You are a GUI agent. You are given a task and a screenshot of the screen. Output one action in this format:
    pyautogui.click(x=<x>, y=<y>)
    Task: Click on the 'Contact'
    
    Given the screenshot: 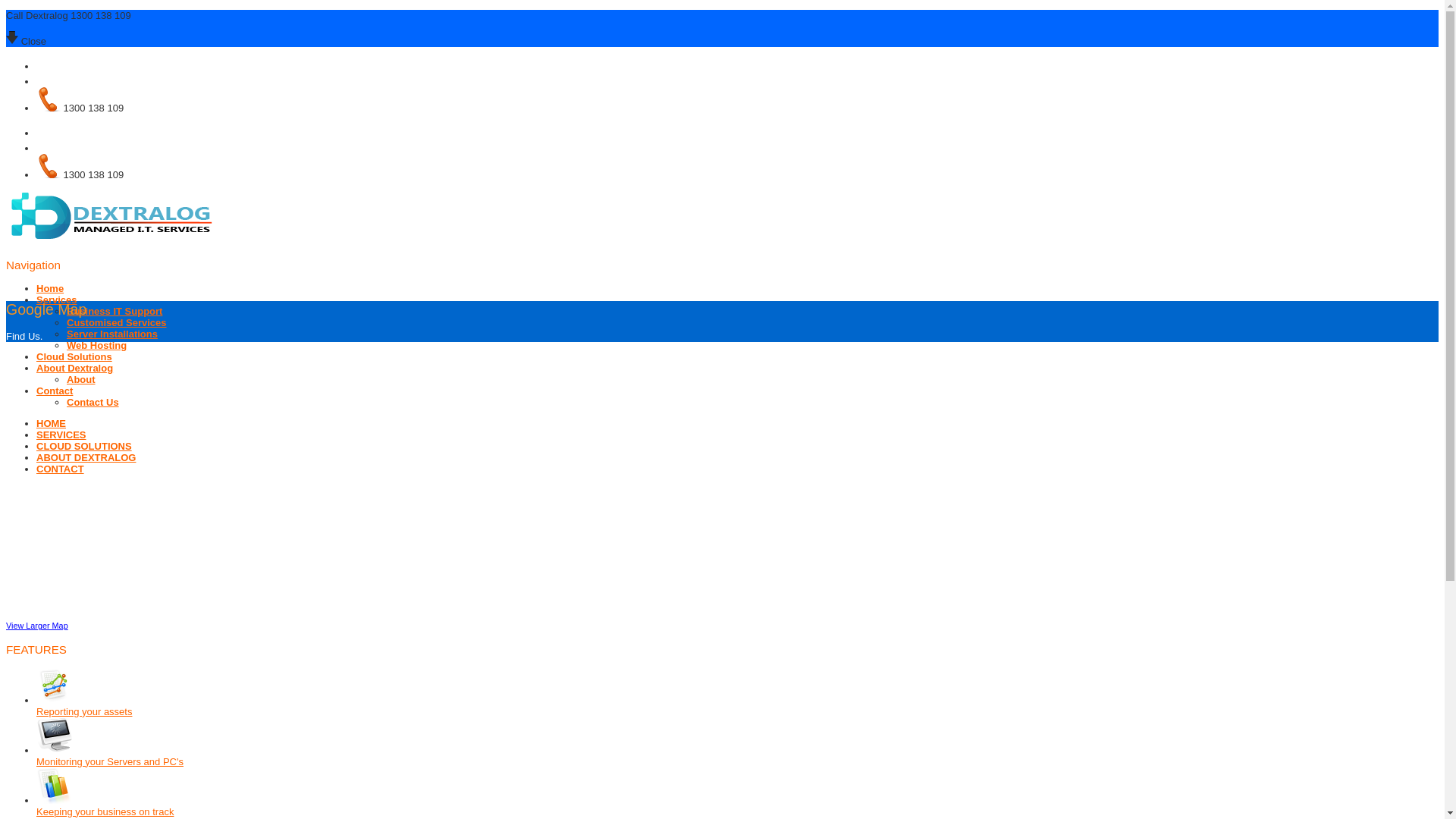 What is the action you would take?
    pyautogui.click(x=55, y=390)
    